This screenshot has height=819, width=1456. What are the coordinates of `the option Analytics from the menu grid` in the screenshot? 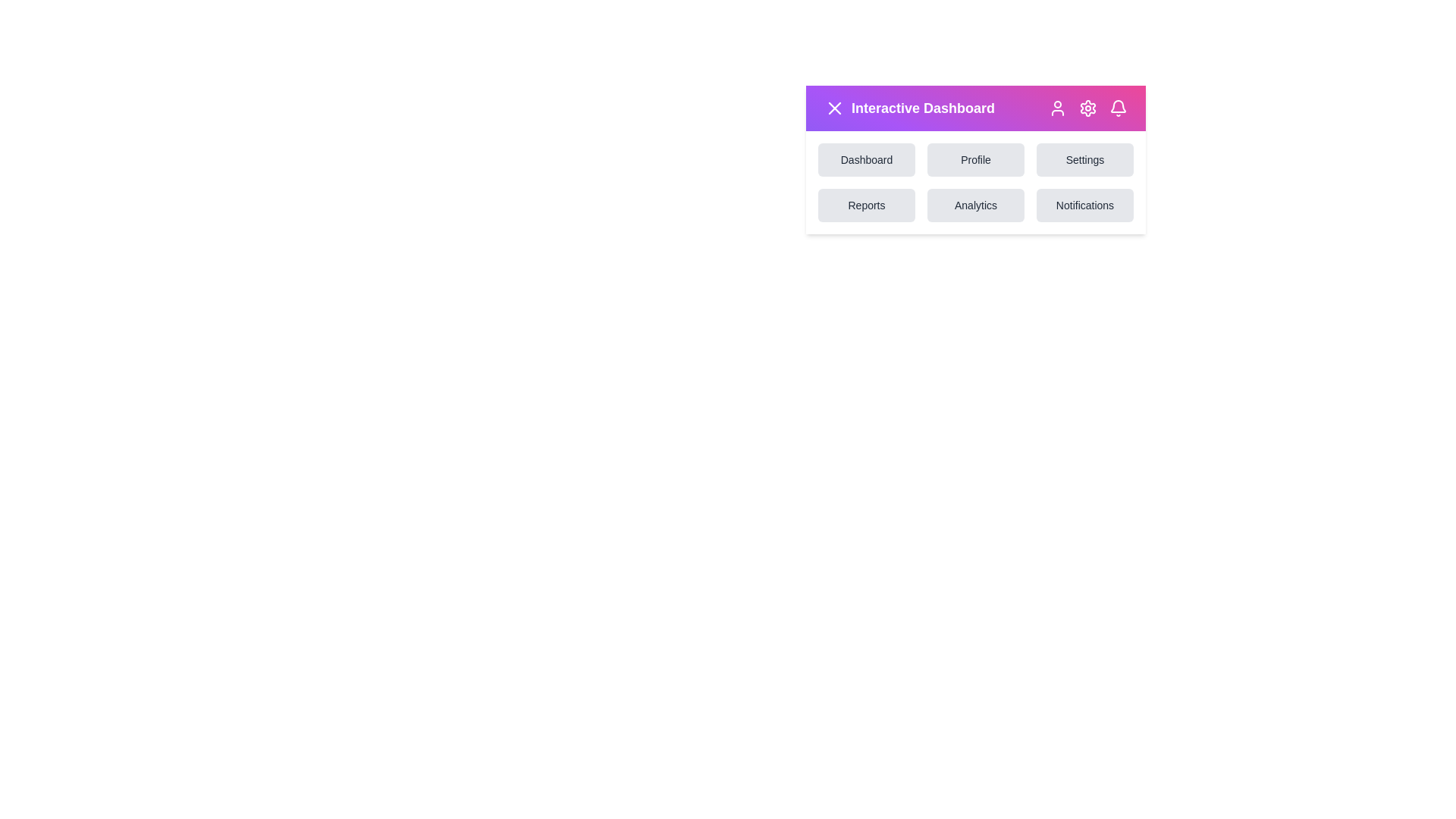 It's located at (975, 205).